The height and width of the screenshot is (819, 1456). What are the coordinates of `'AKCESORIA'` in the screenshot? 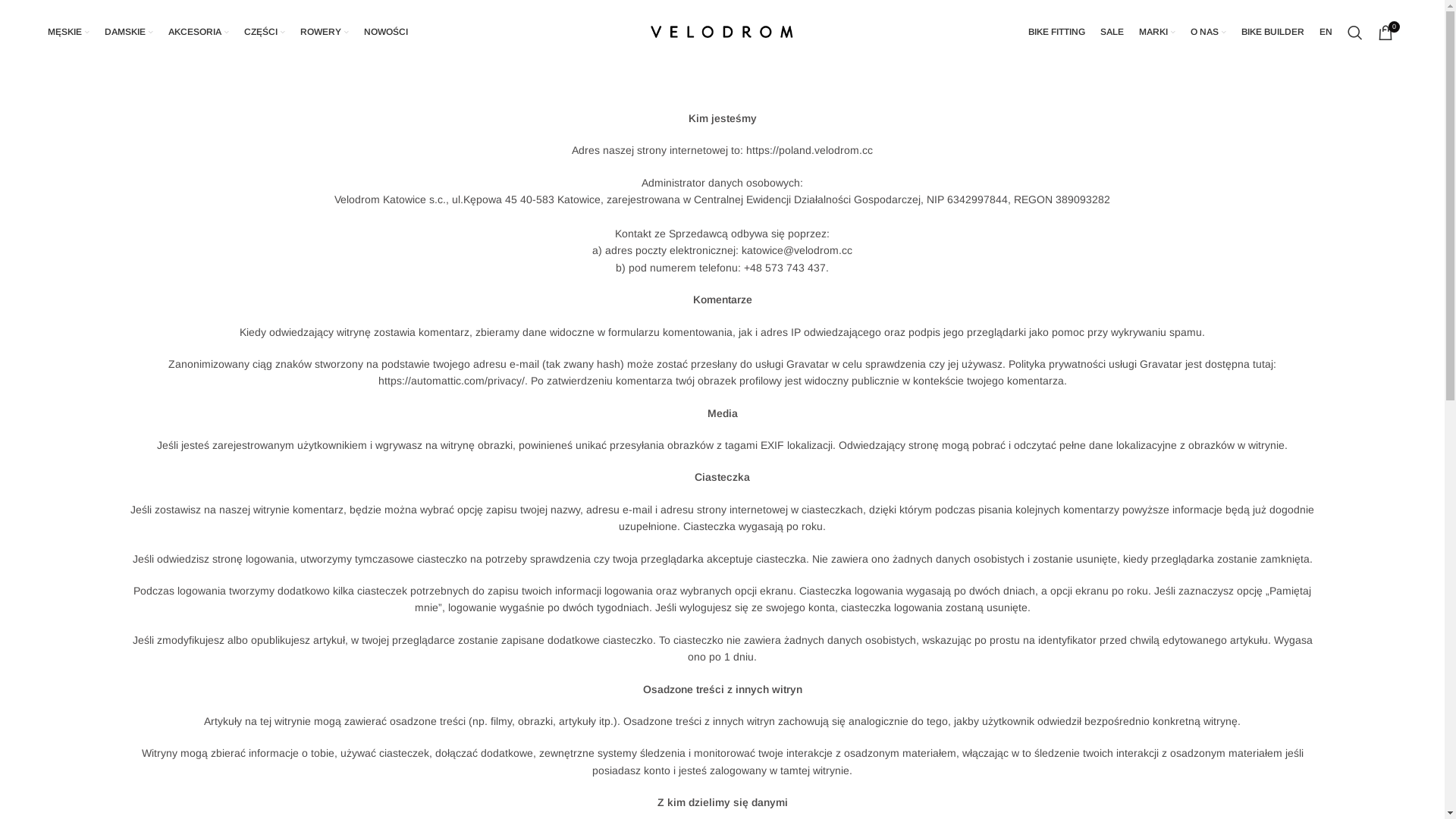 It's located at (198, 32).